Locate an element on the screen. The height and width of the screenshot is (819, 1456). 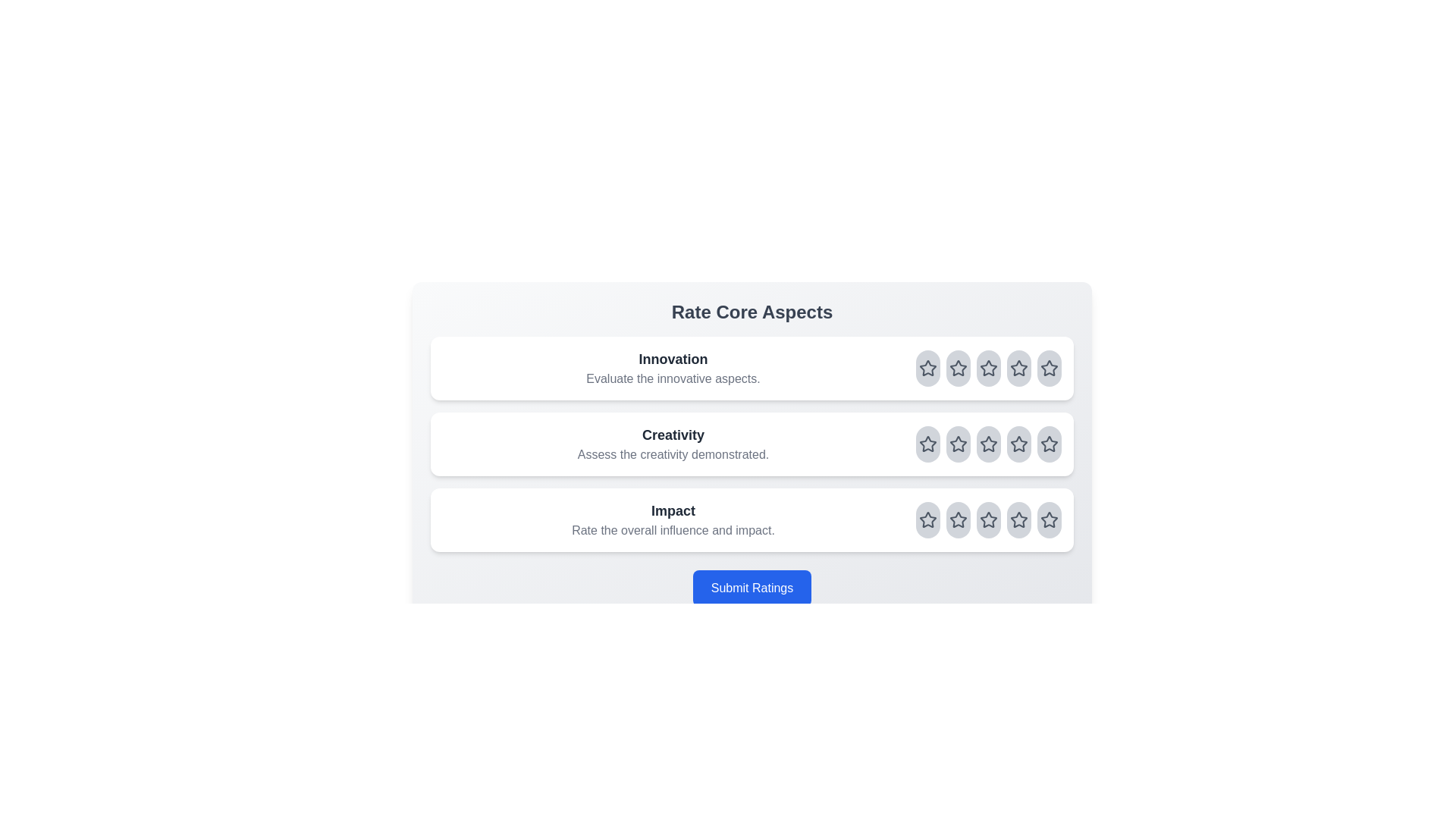
the rating for the aspect Impact to 5 stars by clicking on the corresponding star is located at coordinates (1048, 519).